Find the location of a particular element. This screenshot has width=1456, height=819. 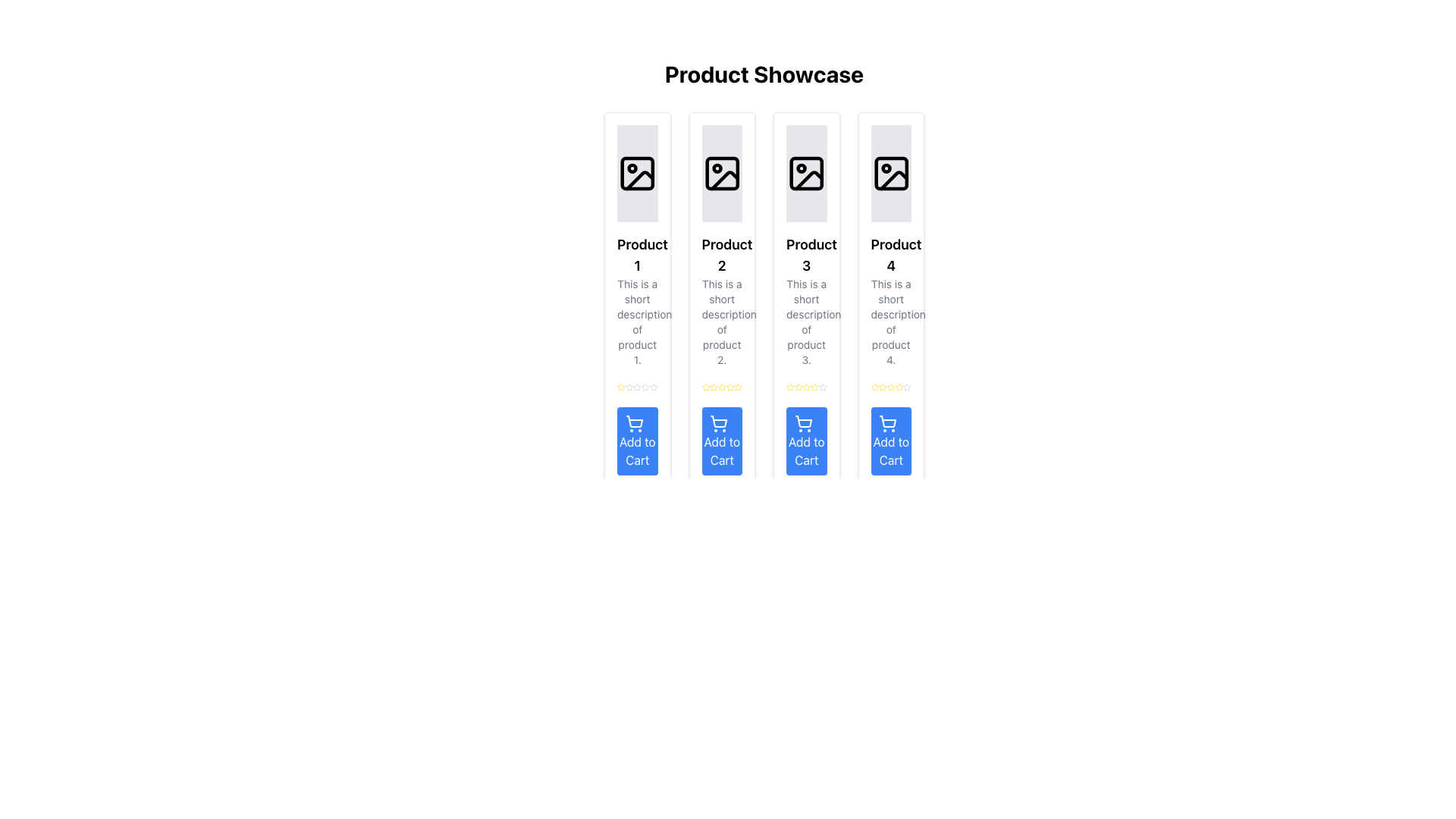

the star icon in the fourth column of the product showcase grid, which represents a single rating point for 'Product 4' is located at coordinates (883, 386).